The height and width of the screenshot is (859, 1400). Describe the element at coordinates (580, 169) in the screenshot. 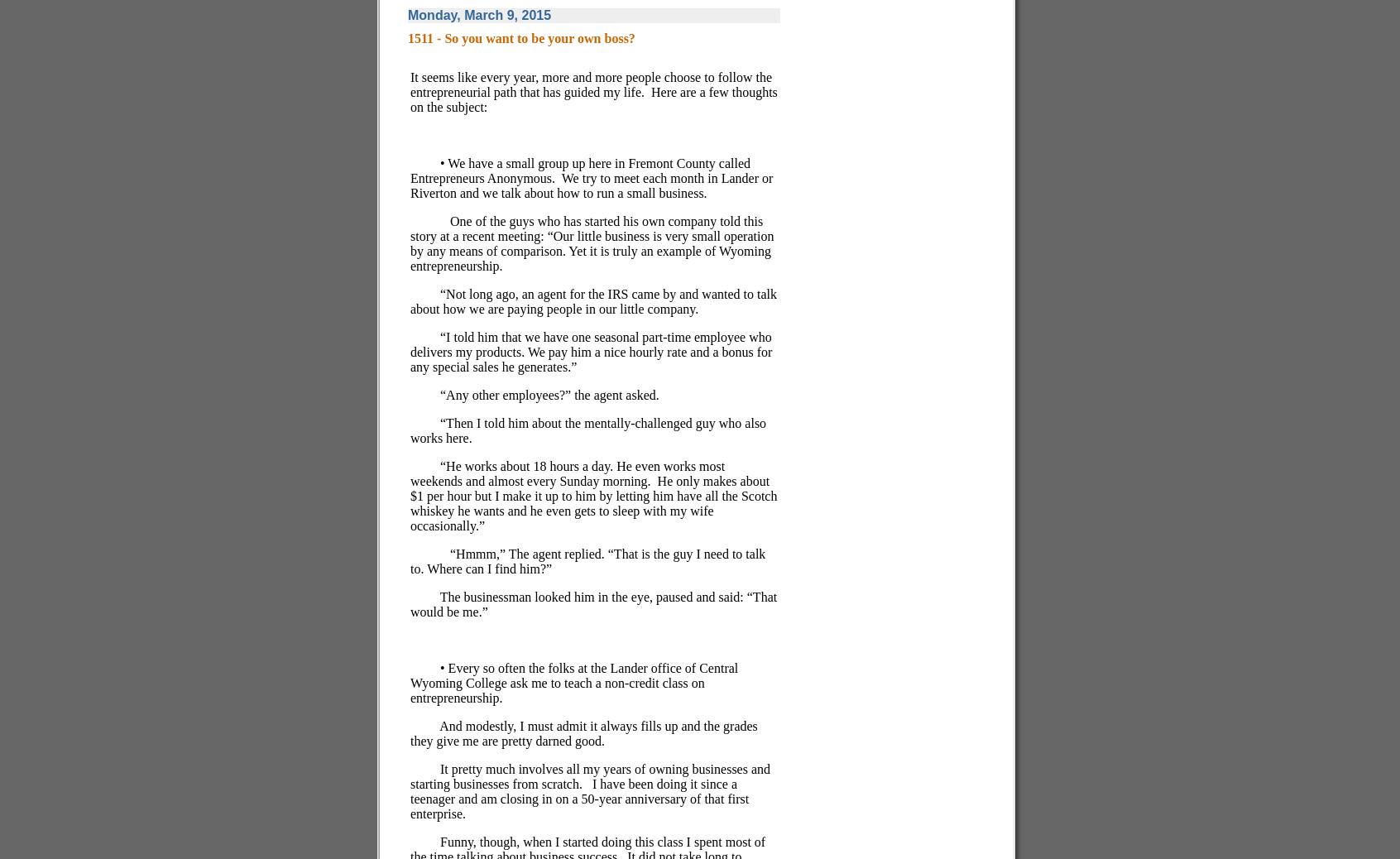

I see `'• We have a
small group up here in Fremont County called Entrepreneurs Anonymous.'` at that location.